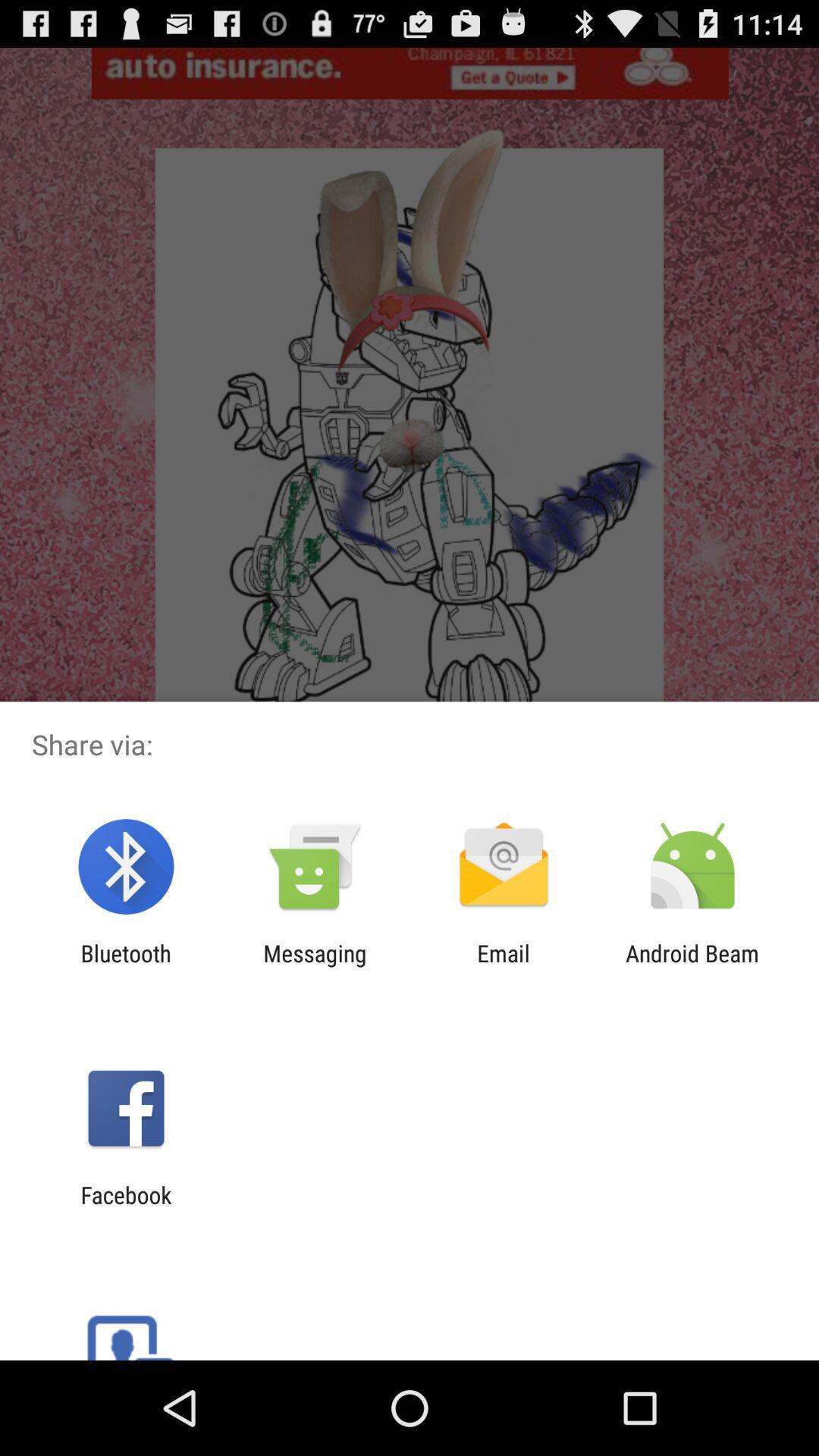  I want to click on the email, so click(504, 966).